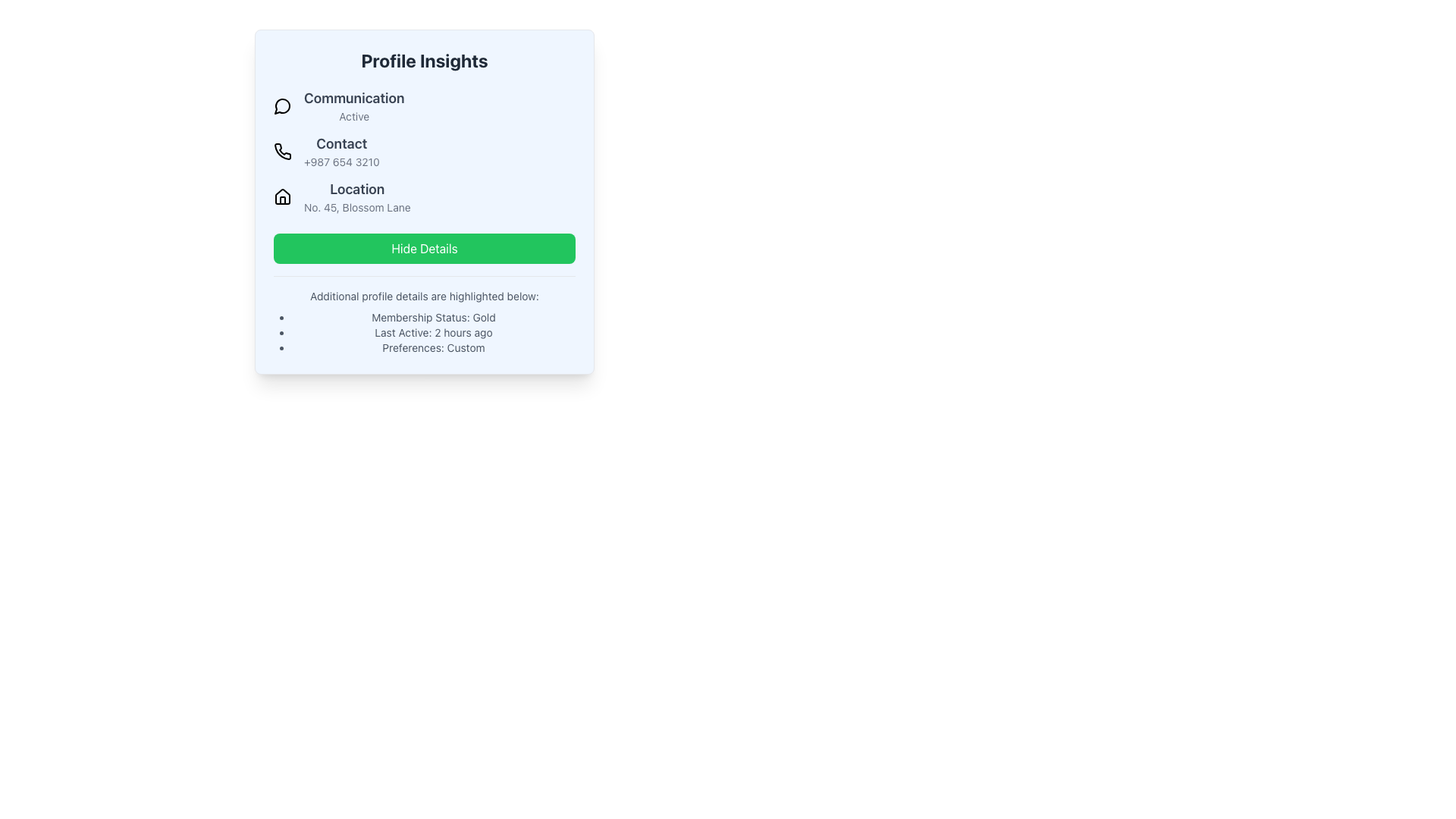 The image size is (1456, 819). What do you see at coordinates (425, 332) in the screenshot?
I see `the bulleted list component that displays 'Membership Status: Gold', 'Last Active: 2 hours ago', and 'Preferences: Custom' within the 'Additional profile details are highlighted below' section of the 'Profile Insights' box` at bounding box center [425, 332].